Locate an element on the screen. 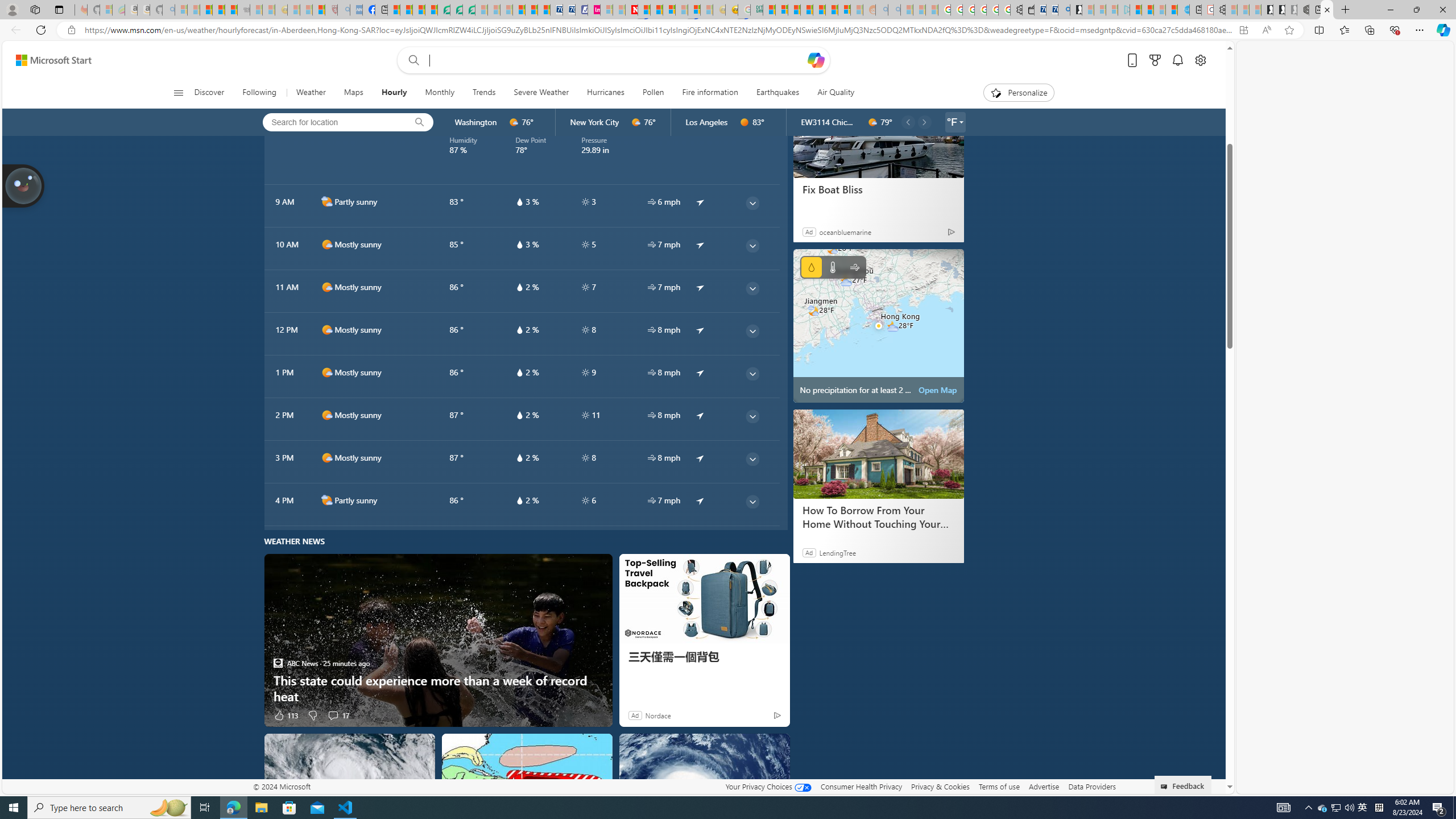 The height and width of the screenshot is (819, 1456). 'New Report Confirms 2023 Was Record Hot | Watch' is located at coordinates (230, 9).